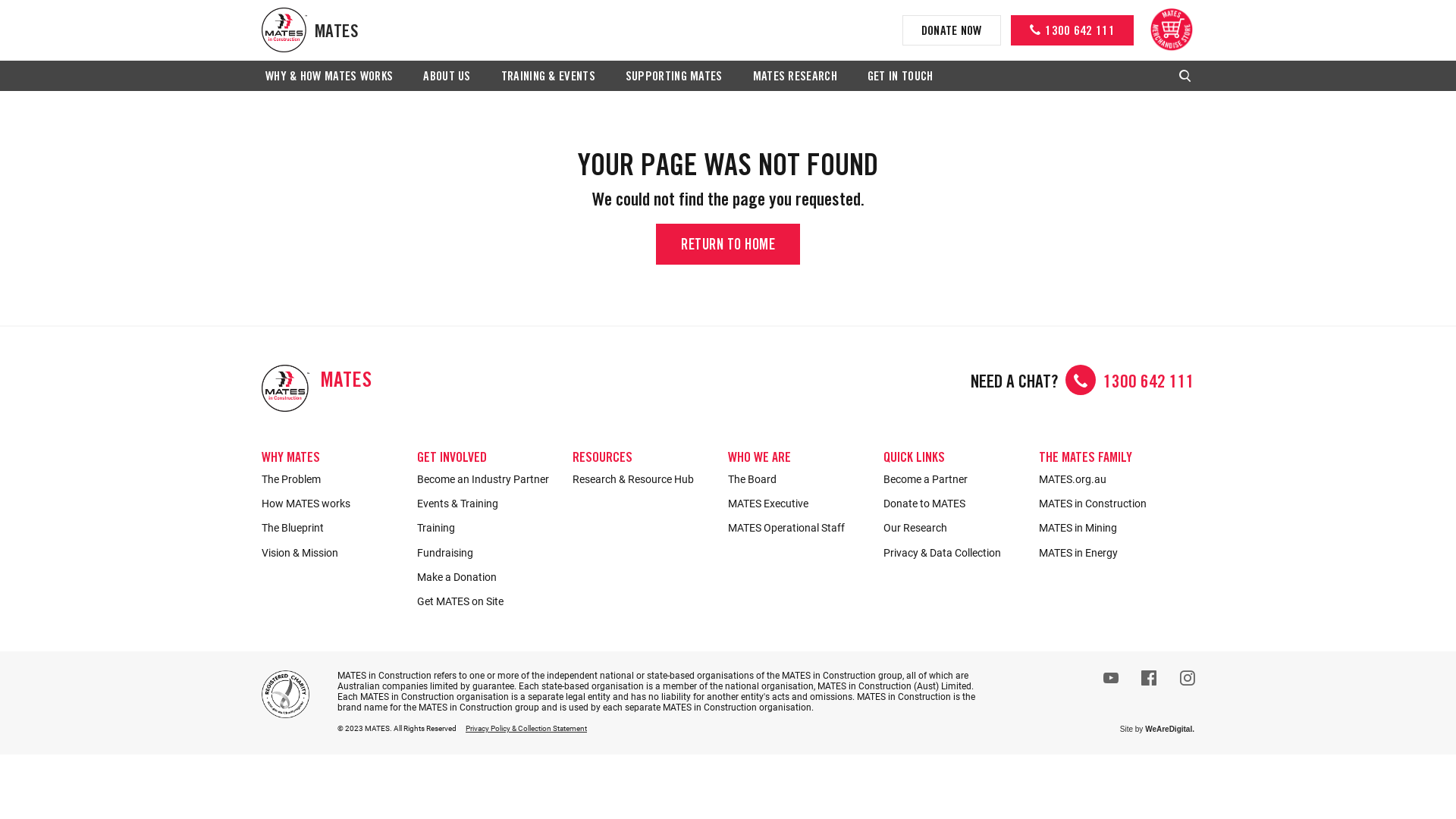 Image resolution: width=1456 pixels, height=819 pixels. I want to click on '1300 642 111', so click(1072, 30).